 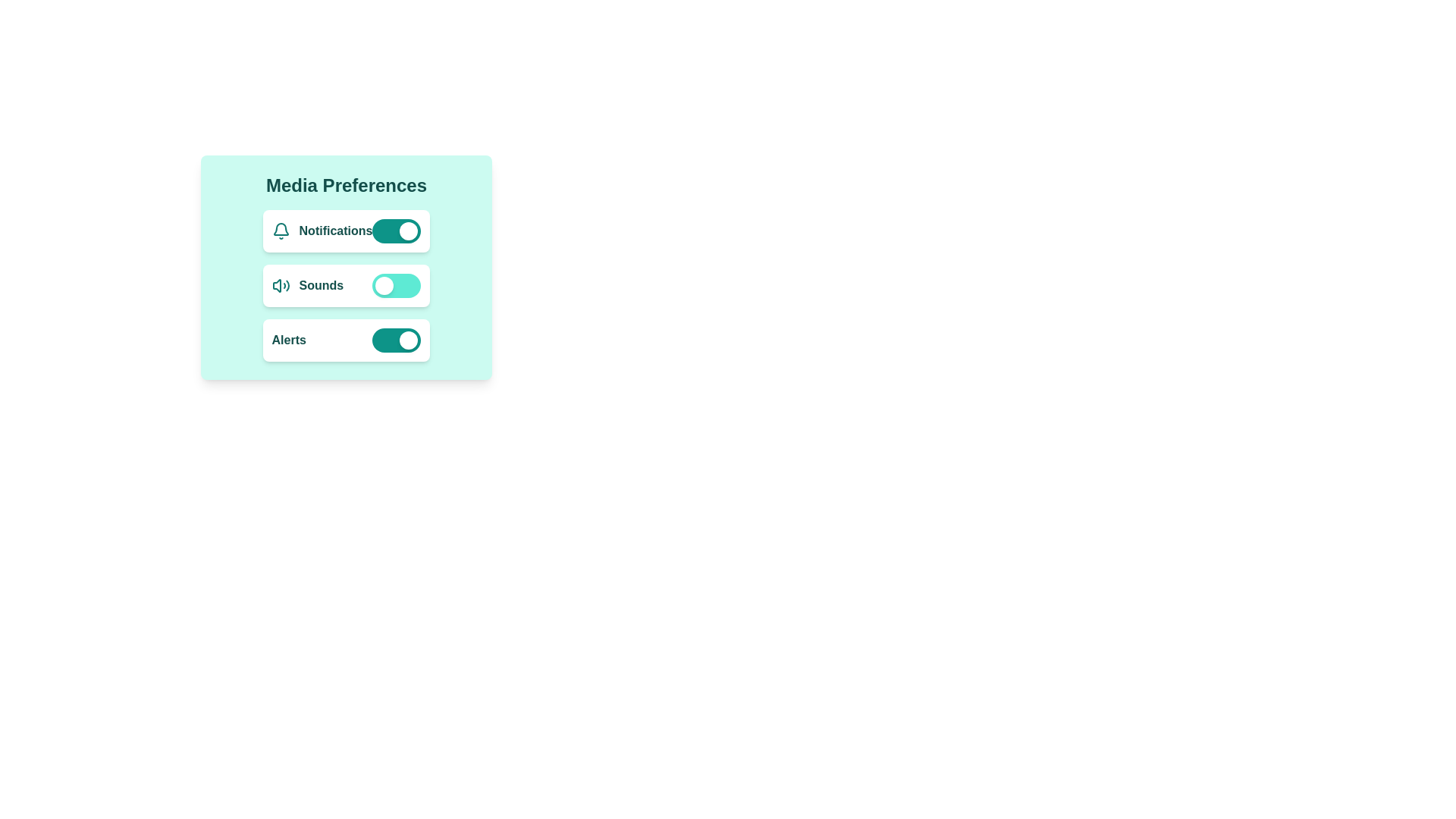 What do you see at coordinates (409, 339) in the screenshot?
I see `the circular toggle knob of the 'Alerts' toggle switch, which is the right-aligned knob within the third toggle switch in a vertically arranged list of toggle switches` at bounding box center [409, 339].